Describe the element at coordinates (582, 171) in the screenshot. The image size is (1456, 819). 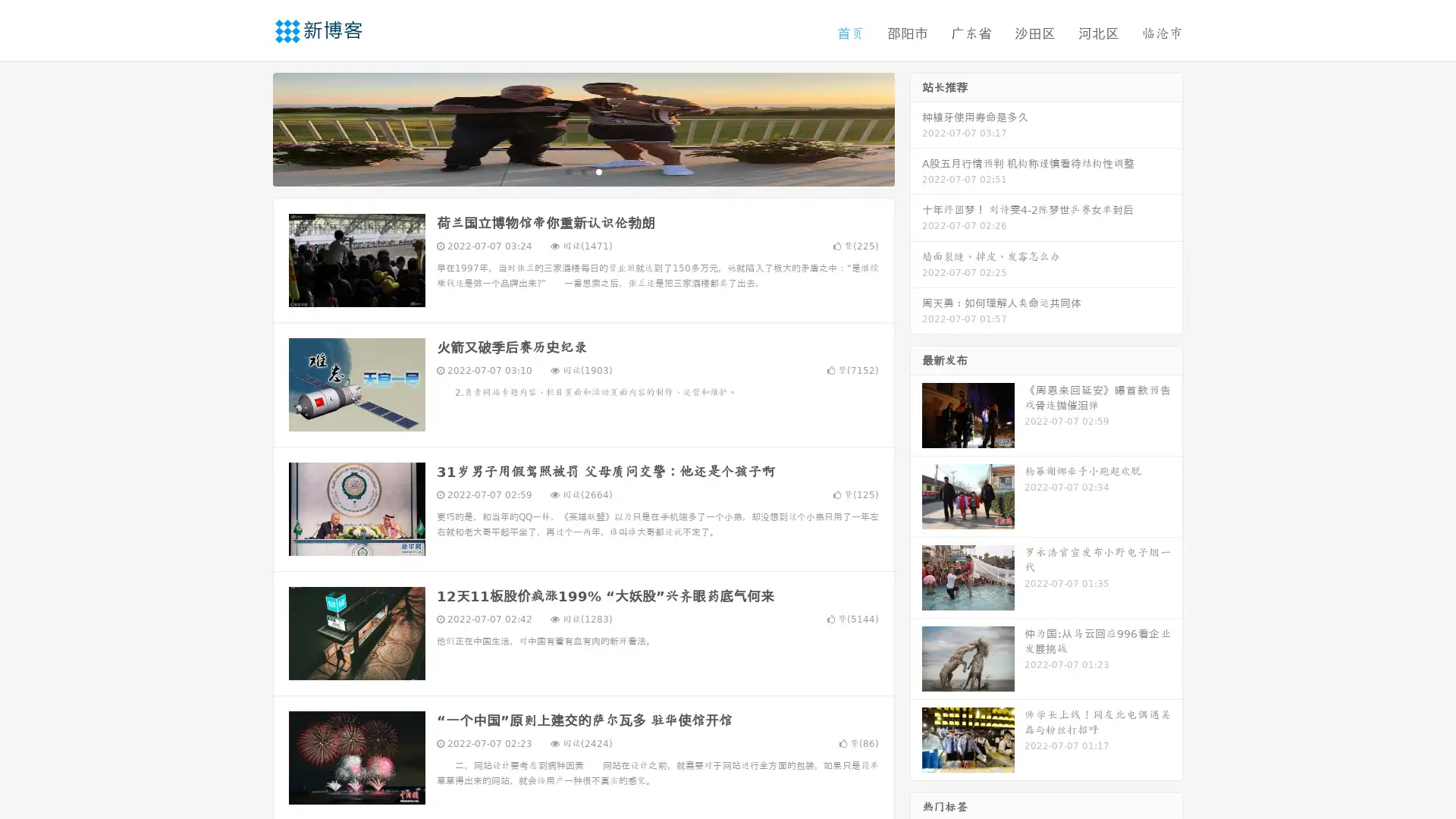
I see `Go to slide 2` at that location.